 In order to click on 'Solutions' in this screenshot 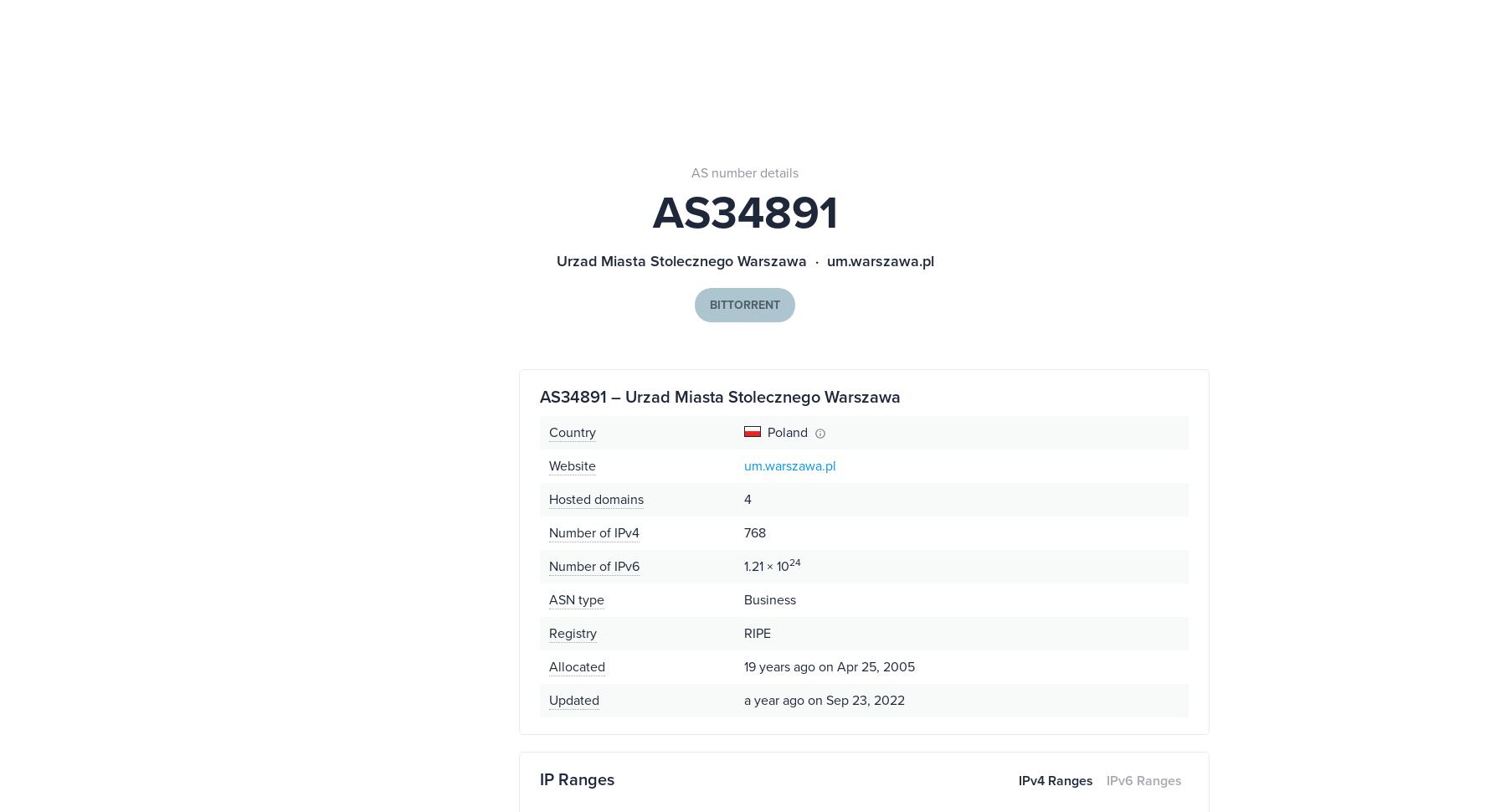, I will do `click(655, 91)`.